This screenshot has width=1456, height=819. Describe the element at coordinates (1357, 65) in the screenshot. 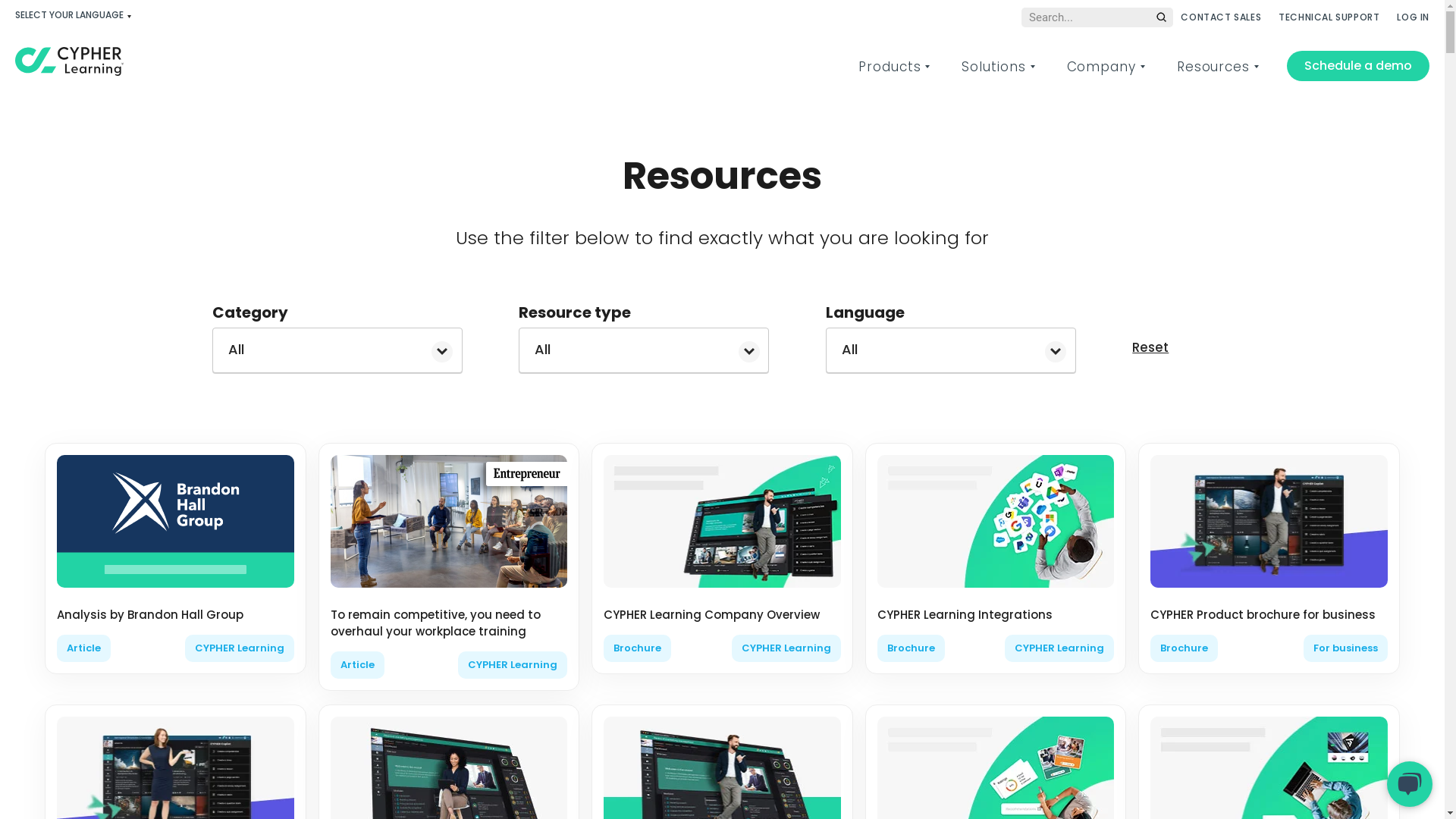

I see `'Schedule a demo'` at that location.